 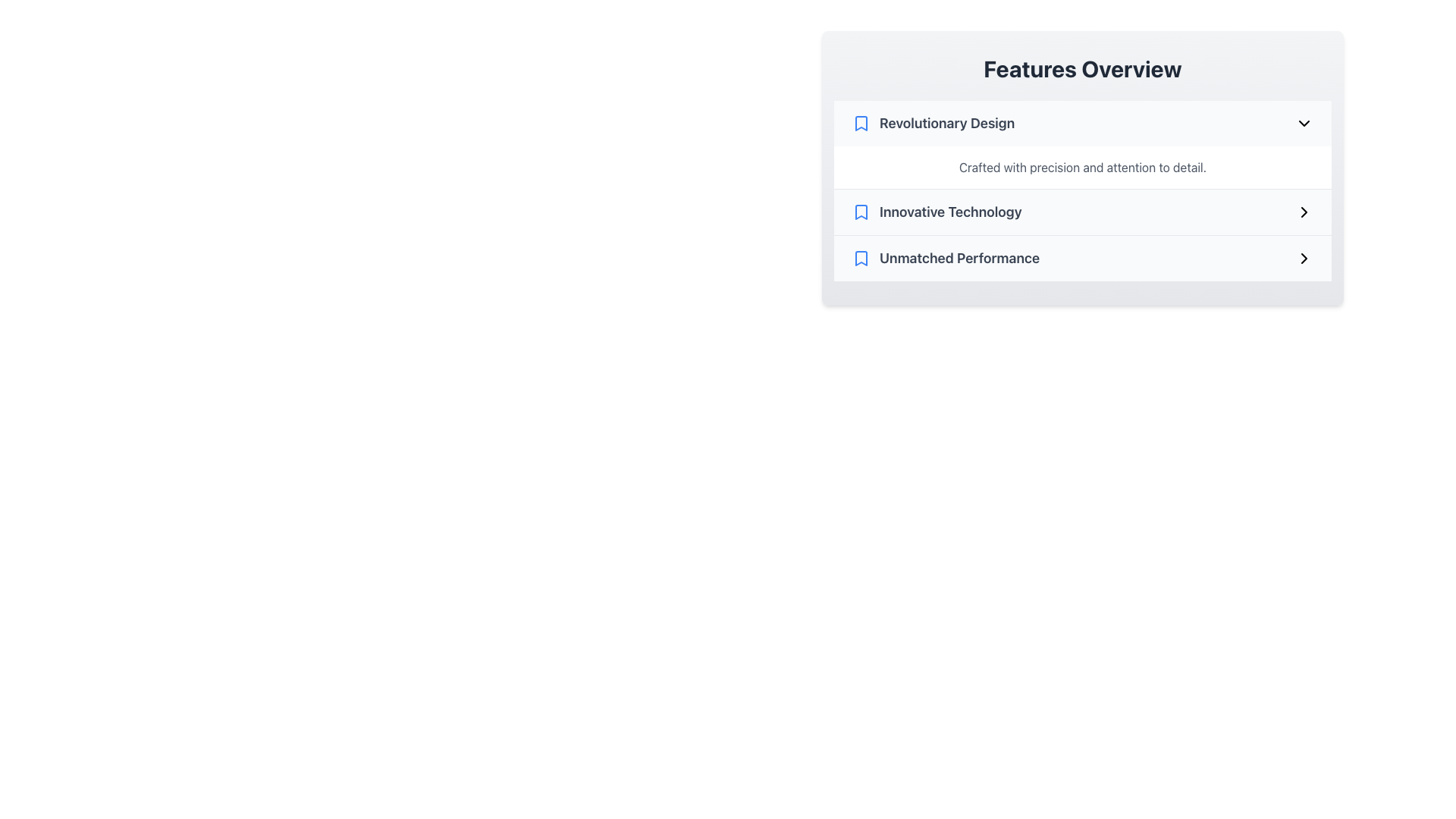 I want to click on the downward-pointing chevron icon outlined in black, located to the right of the text 'Revolutionary Design' and the bookmark icon, so click(x=1303, y=122).